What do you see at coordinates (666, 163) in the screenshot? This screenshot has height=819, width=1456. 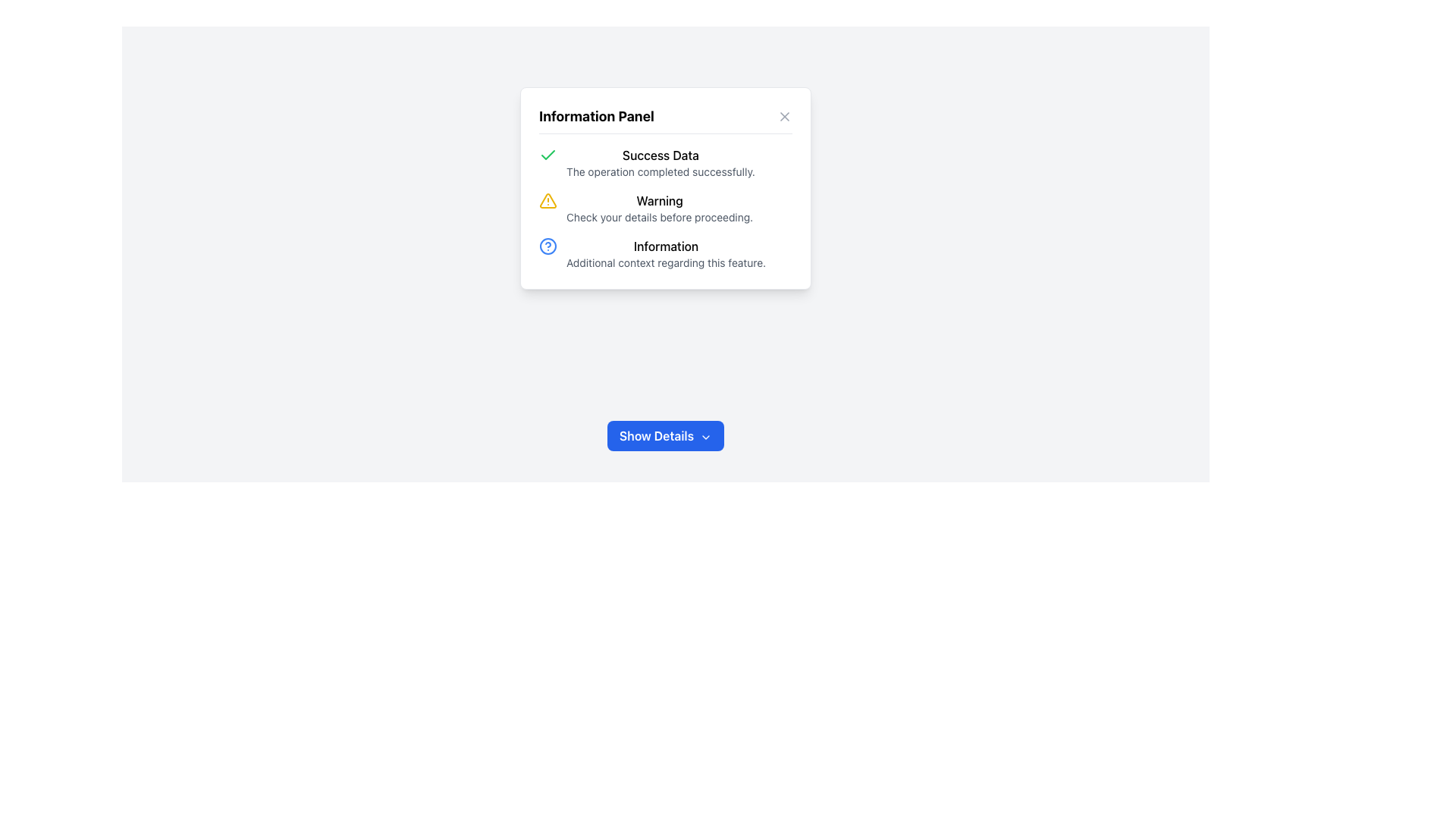 I see `the green checkmark notification indicating 'Success Data' at the top of the notifications panel` at bounding box center [666, 163].